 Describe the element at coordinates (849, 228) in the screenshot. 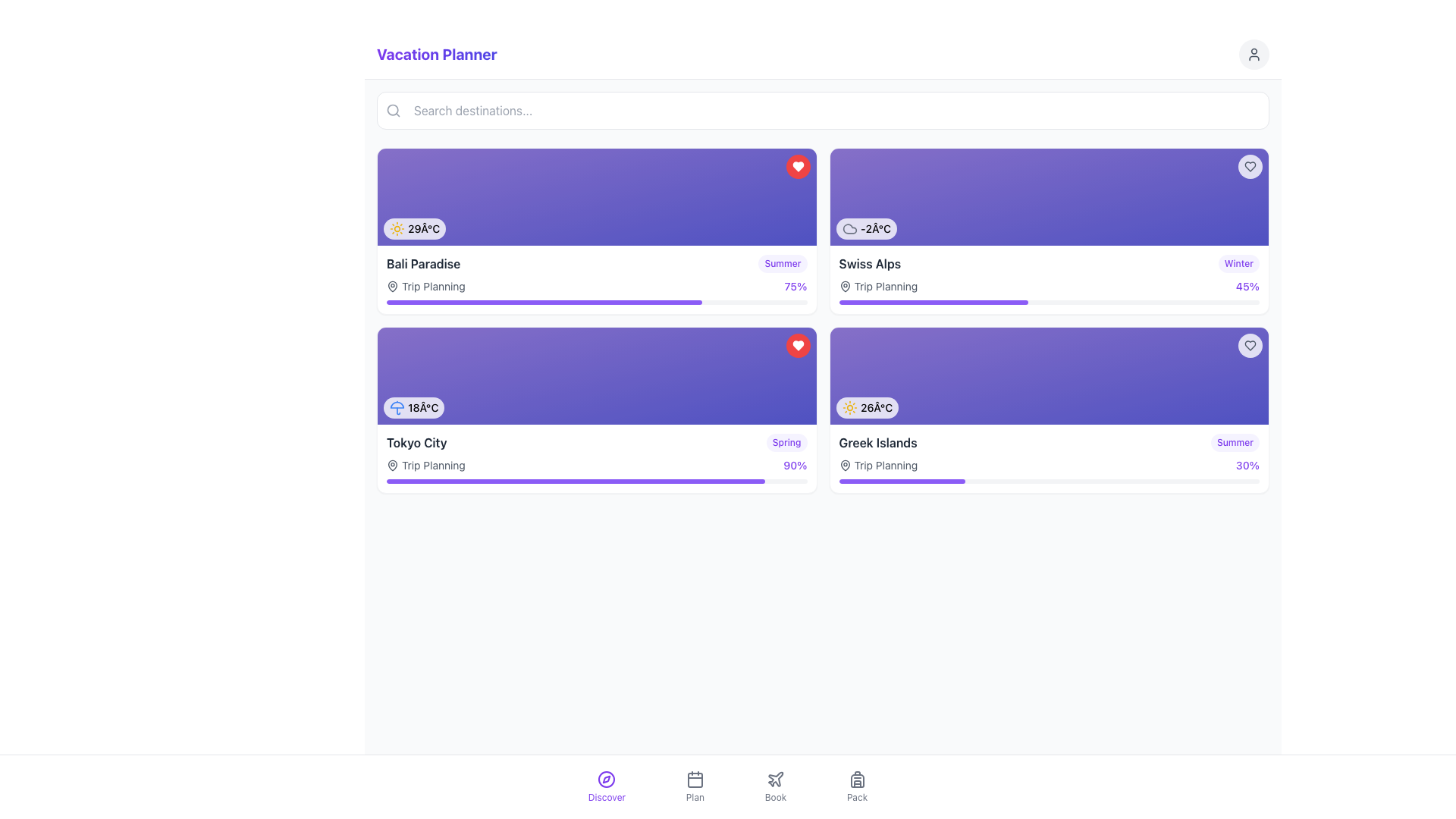

I see `the cloud-shaped graphical icon with a stroke outline style located near the center of the rightmost card in the second section of the main content area` at that location.